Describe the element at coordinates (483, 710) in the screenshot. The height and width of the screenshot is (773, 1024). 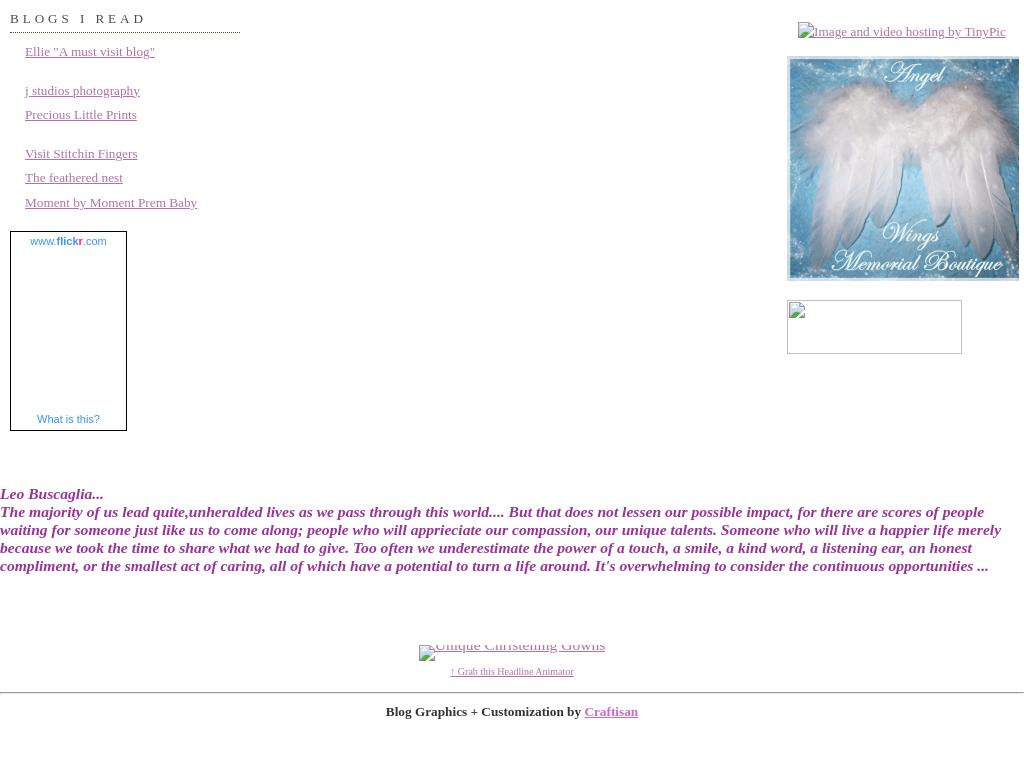
I see `'Blog Graphics + Customization by'` at that location.